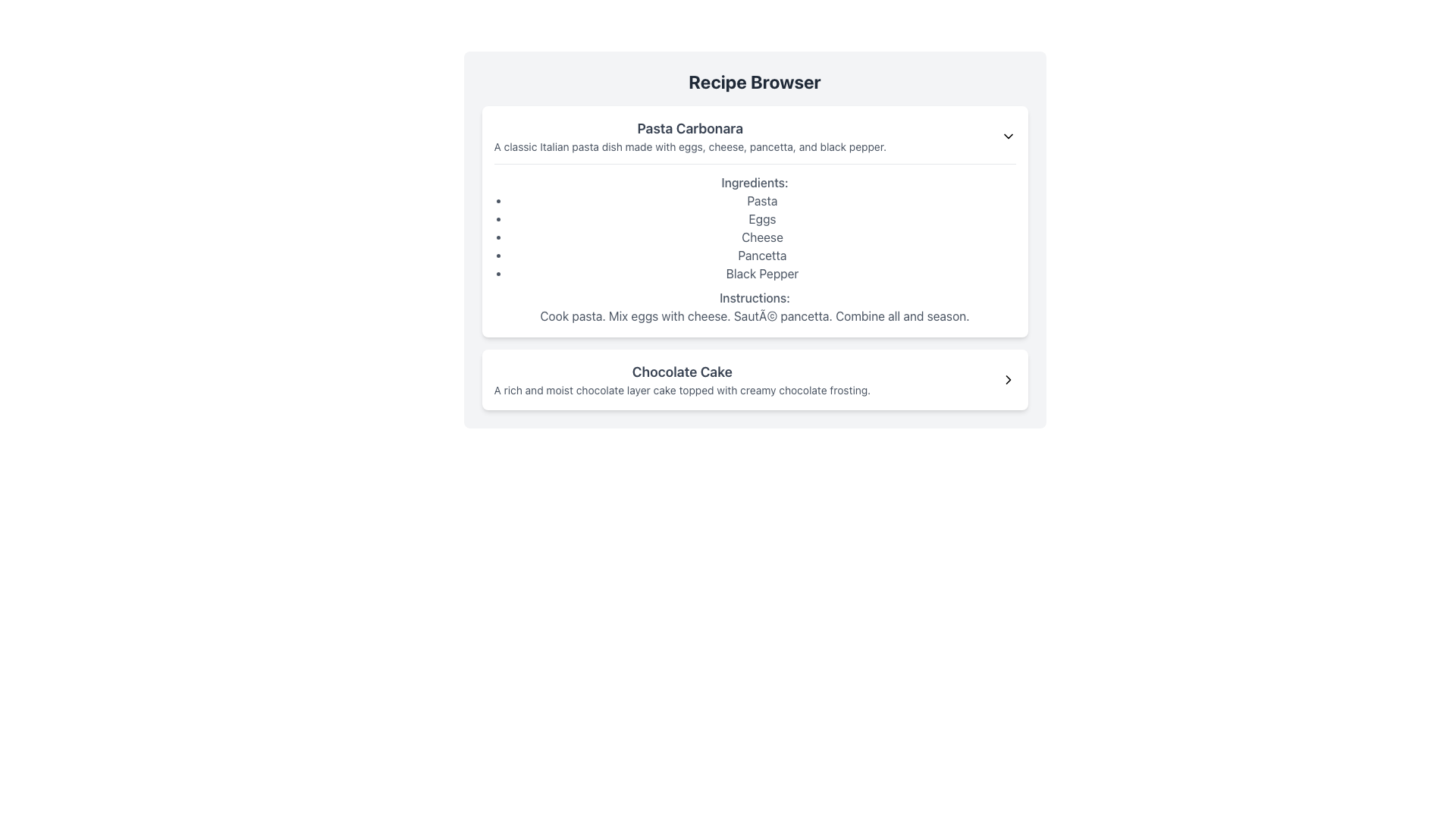 This screenshot has height=819, width=1456. What do you see at coordinates (762, 274) in the screenshot?
I see `the text content of the 'Black Pepper' list item, which is the fifth item in the ingredients list for the Pasta Carbonara recipe` at bounding box center [762, 274].